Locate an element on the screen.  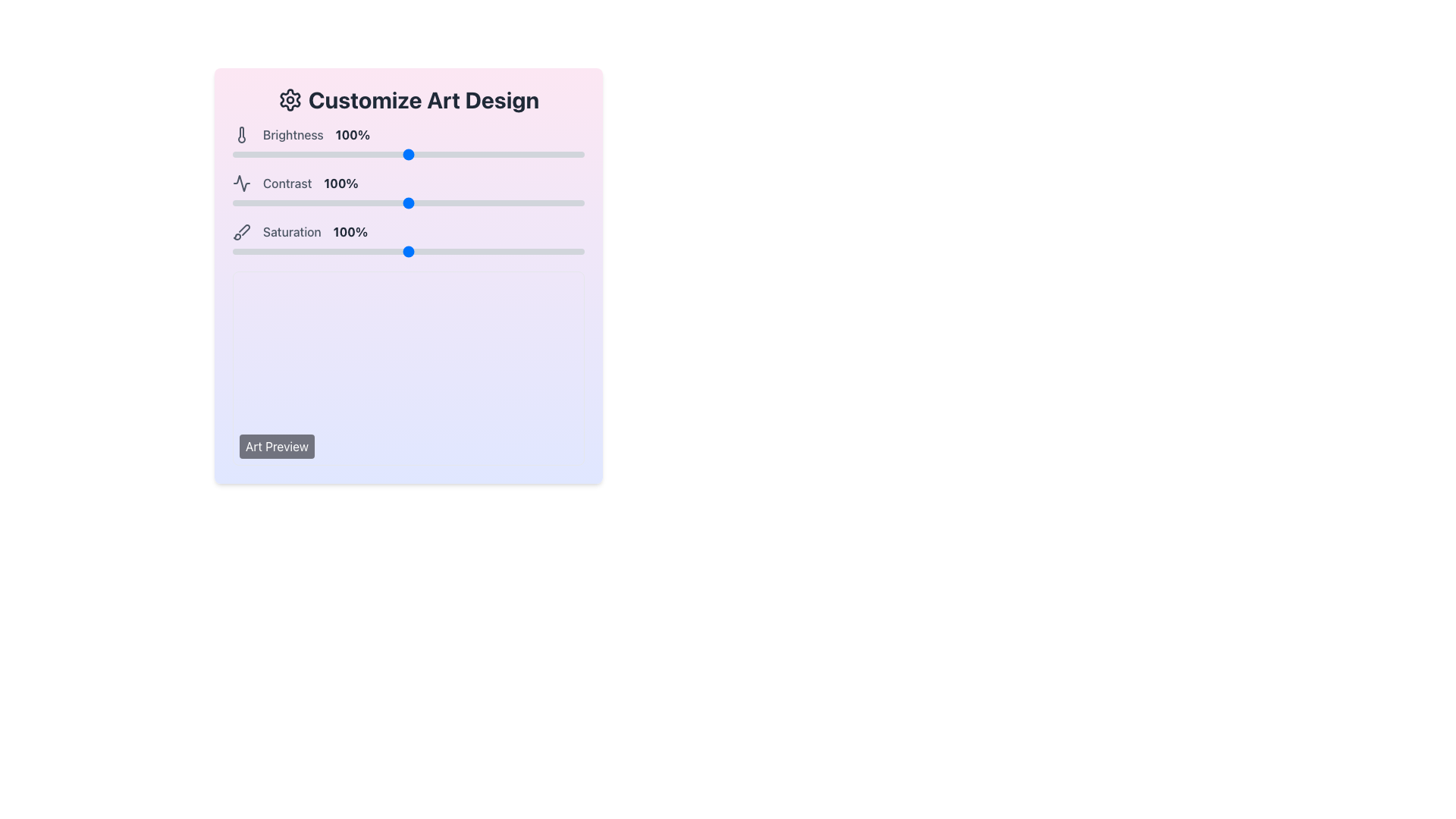
the saturation is located at coordinates (580, 250).